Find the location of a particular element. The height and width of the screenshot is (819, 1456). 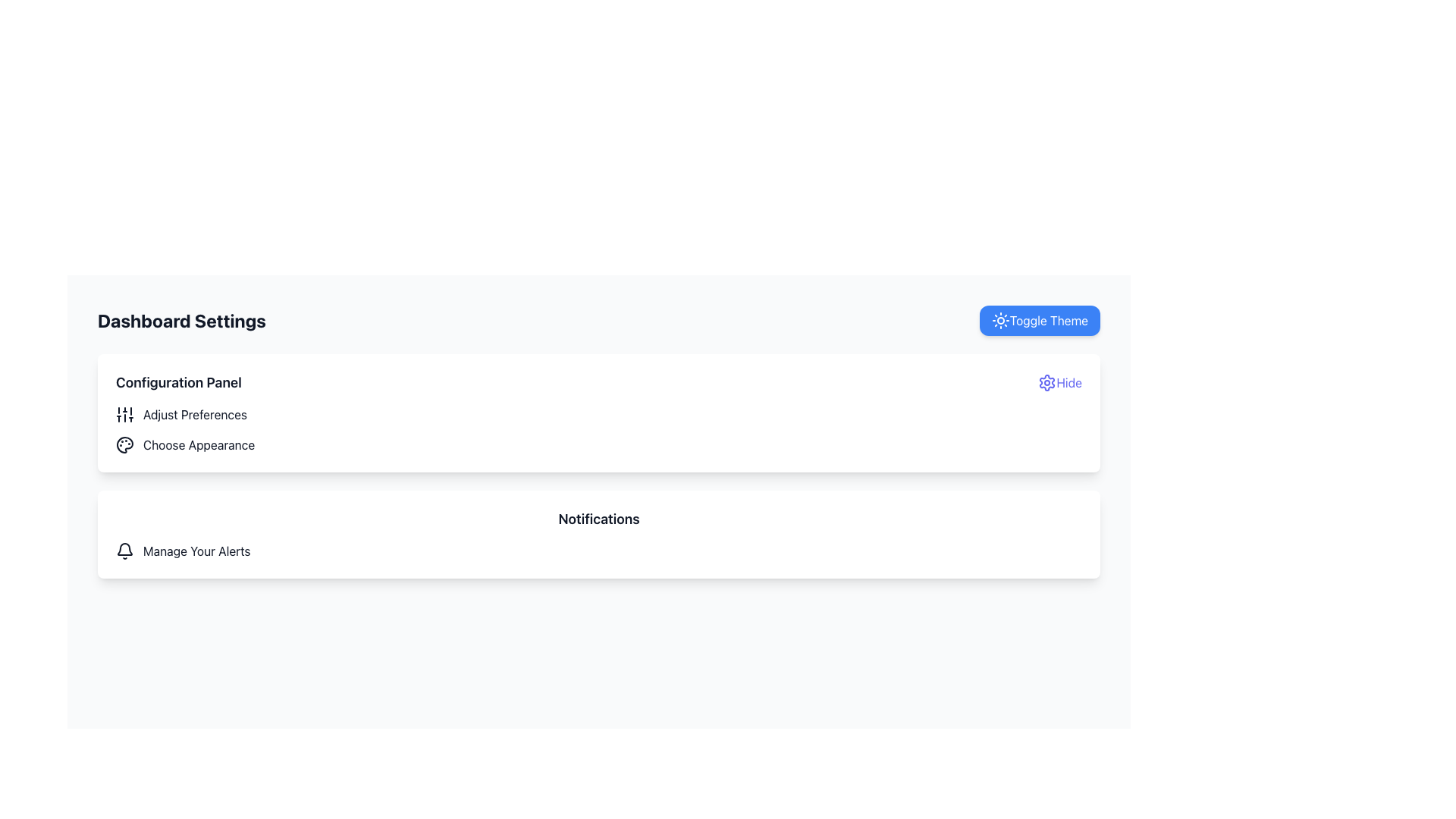

the sun icon within the 'Toggle Theme' button is located at coordinates (1000, 320).